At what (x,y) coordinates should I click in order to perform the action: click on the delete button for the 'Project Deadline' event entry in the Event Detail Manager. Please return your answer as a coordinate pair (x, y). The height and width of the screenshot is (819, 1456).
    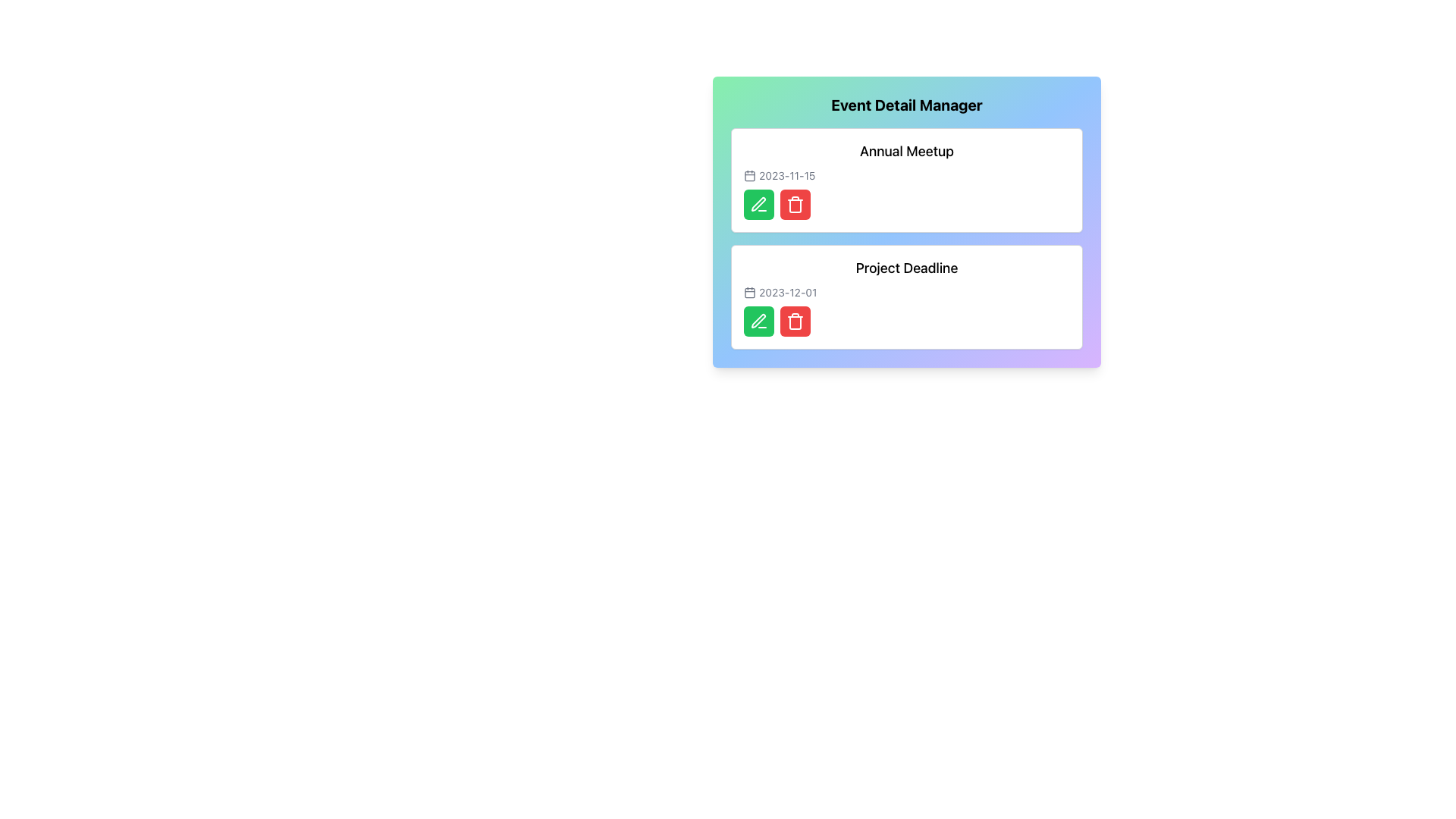
    Looking at the image, I should click on (795, 321).